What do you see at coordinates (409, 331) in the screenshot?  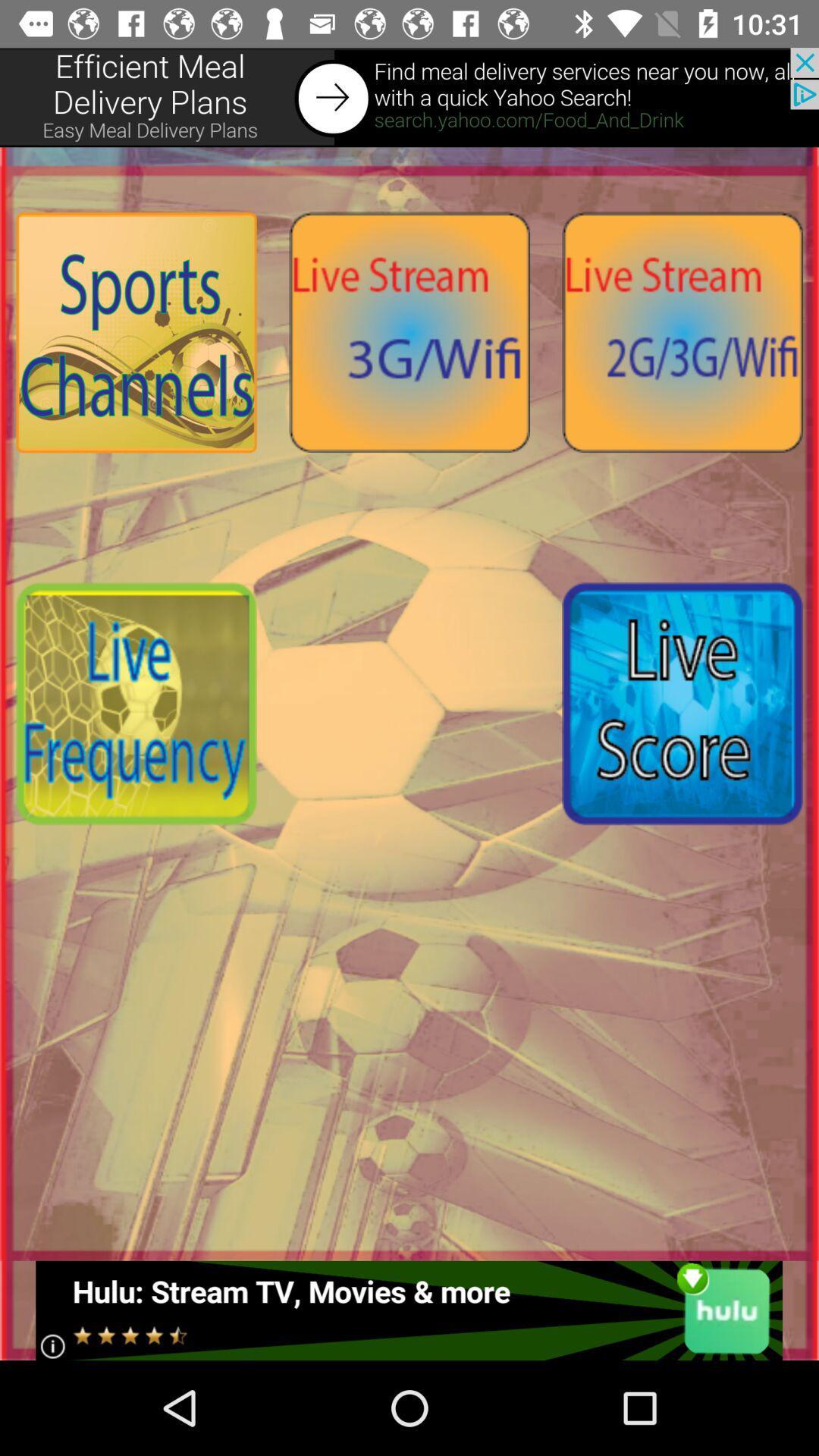 I see `open live stream` at bounding box center [409, 331].